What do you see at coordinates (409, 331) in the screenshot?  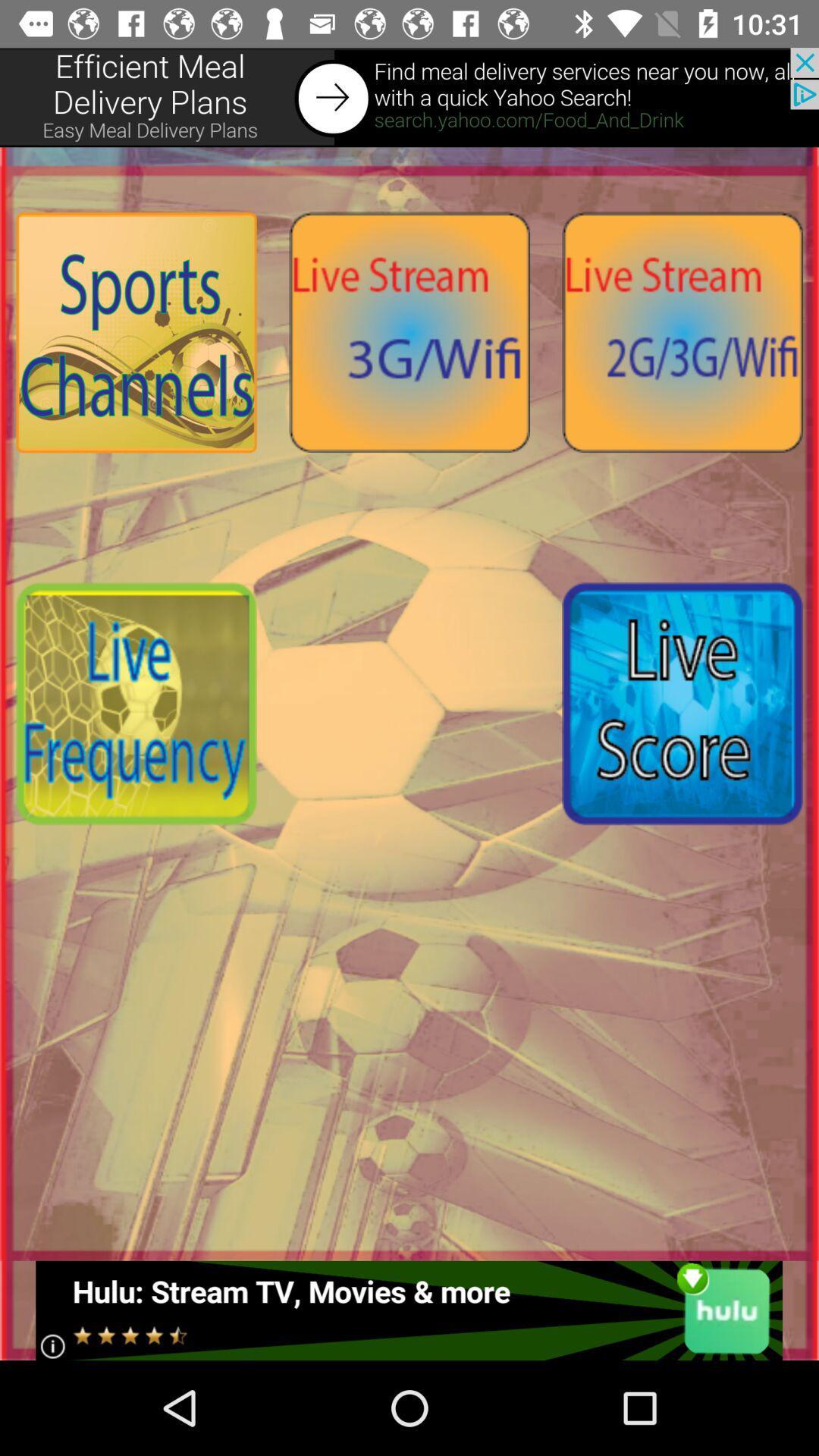 I see `open live stream` at bounding box center [409, 331].